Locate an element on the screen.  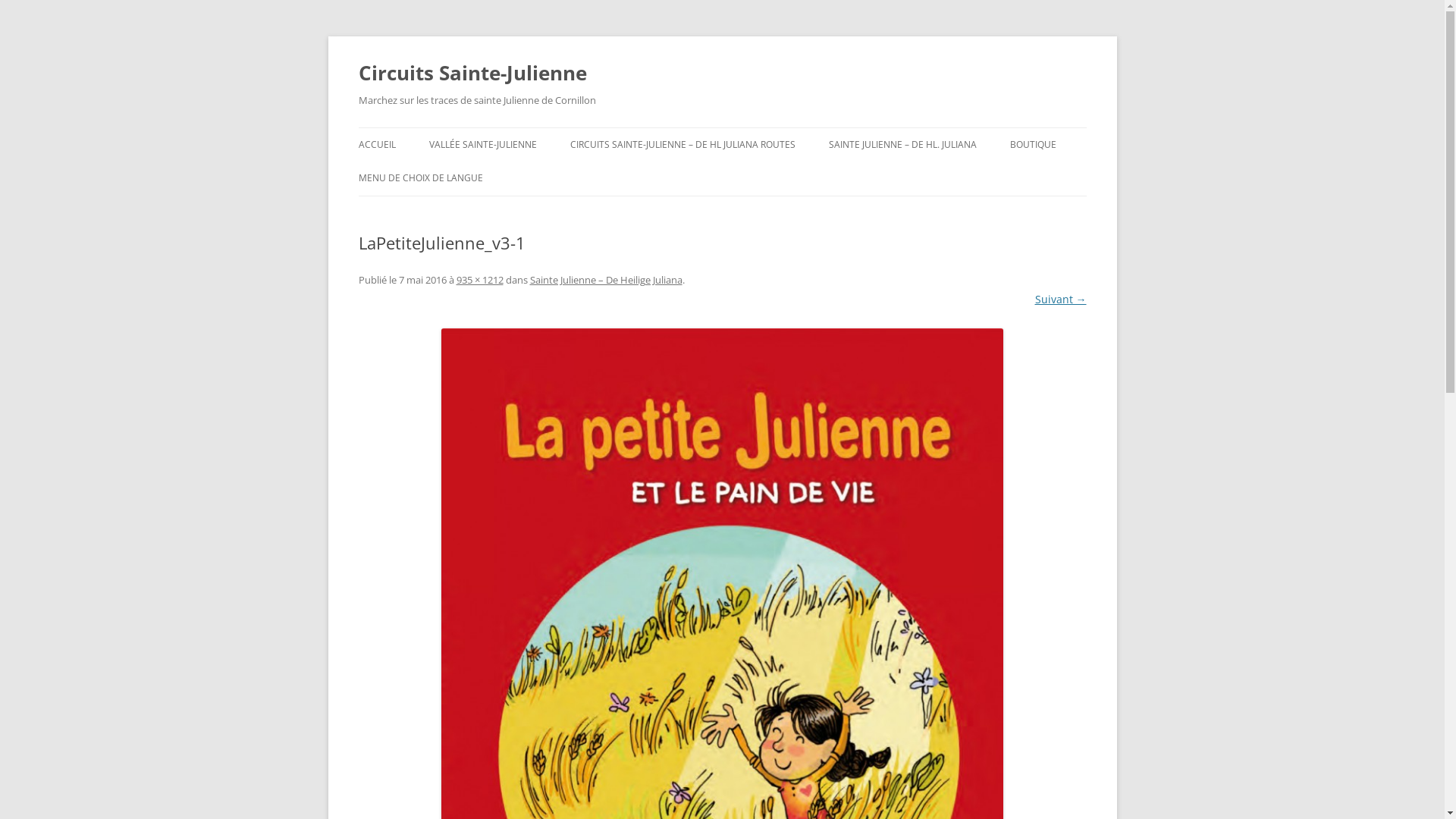
'Circuits Sainte-Julienne' is located at coordinates (471, 73).